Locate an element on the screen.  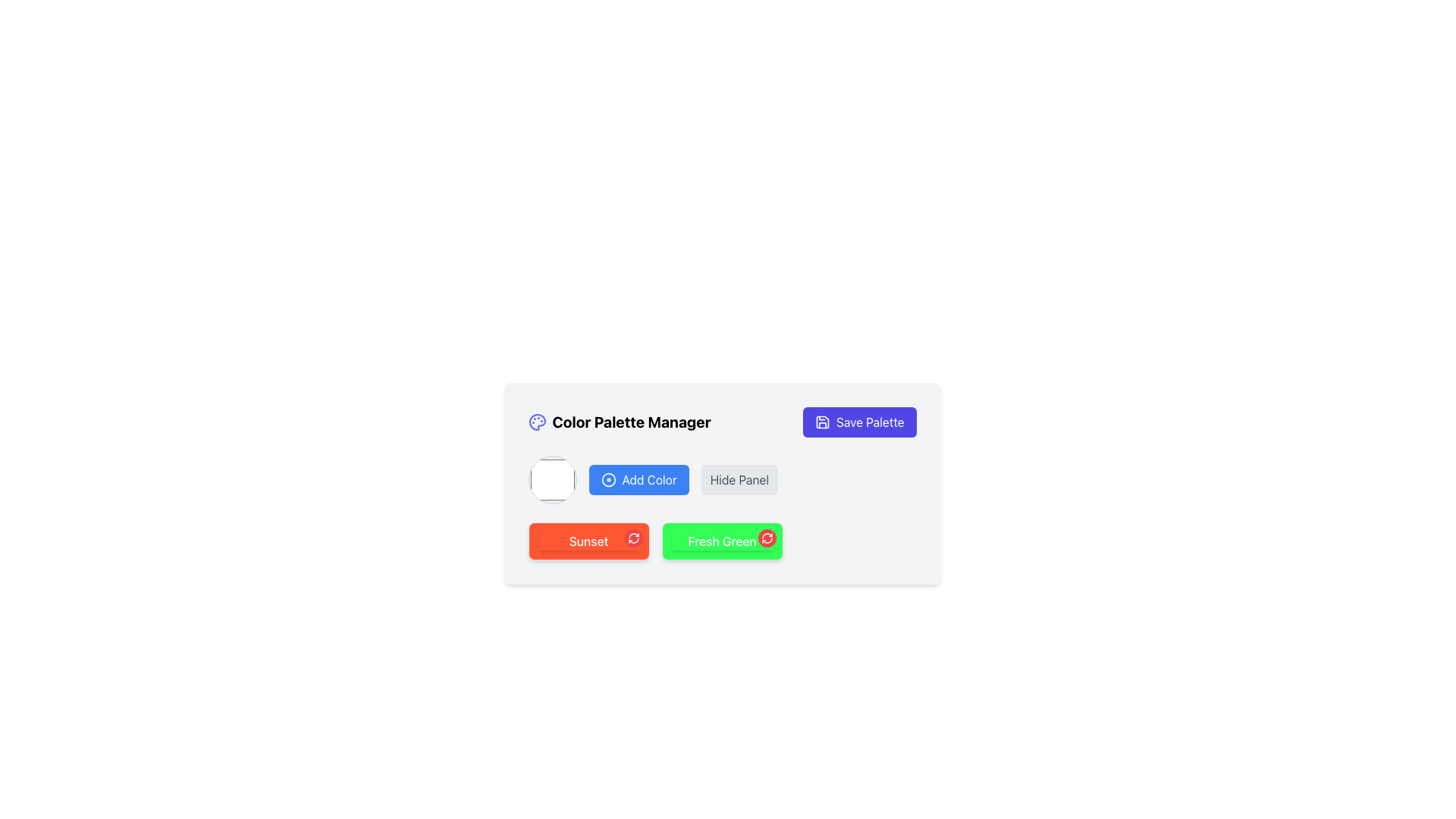
the text label displaying 'Fresh Green', which is styled in white on a vibrant green background, and is located to the right of the 'Sunset' button is located at coordinates (721, 540).